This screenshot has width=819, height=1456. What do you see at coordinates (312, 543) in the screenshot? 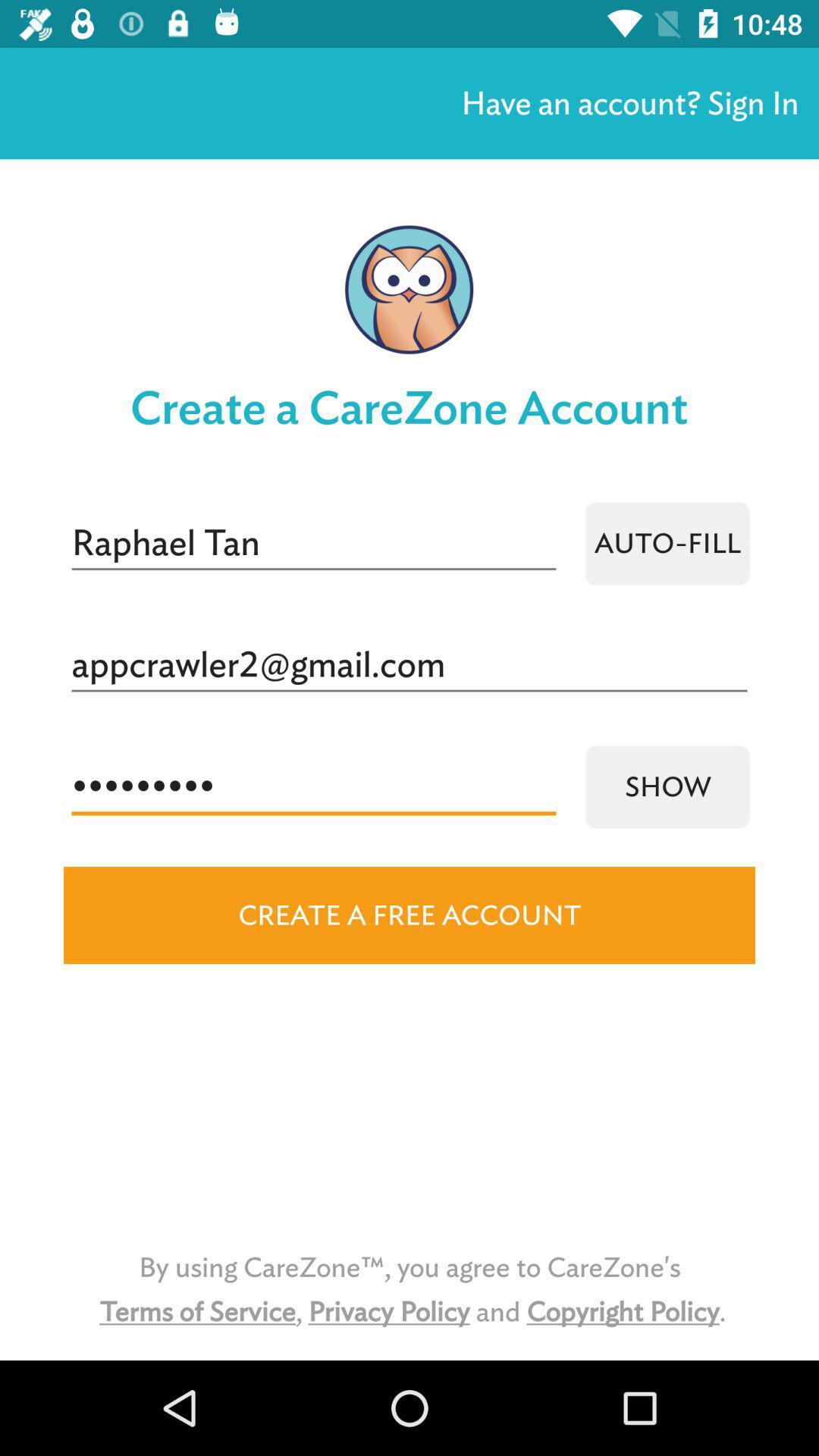
I see `the icon above the appcrawler2@gmail.com item` at bounding box center [312, 543].